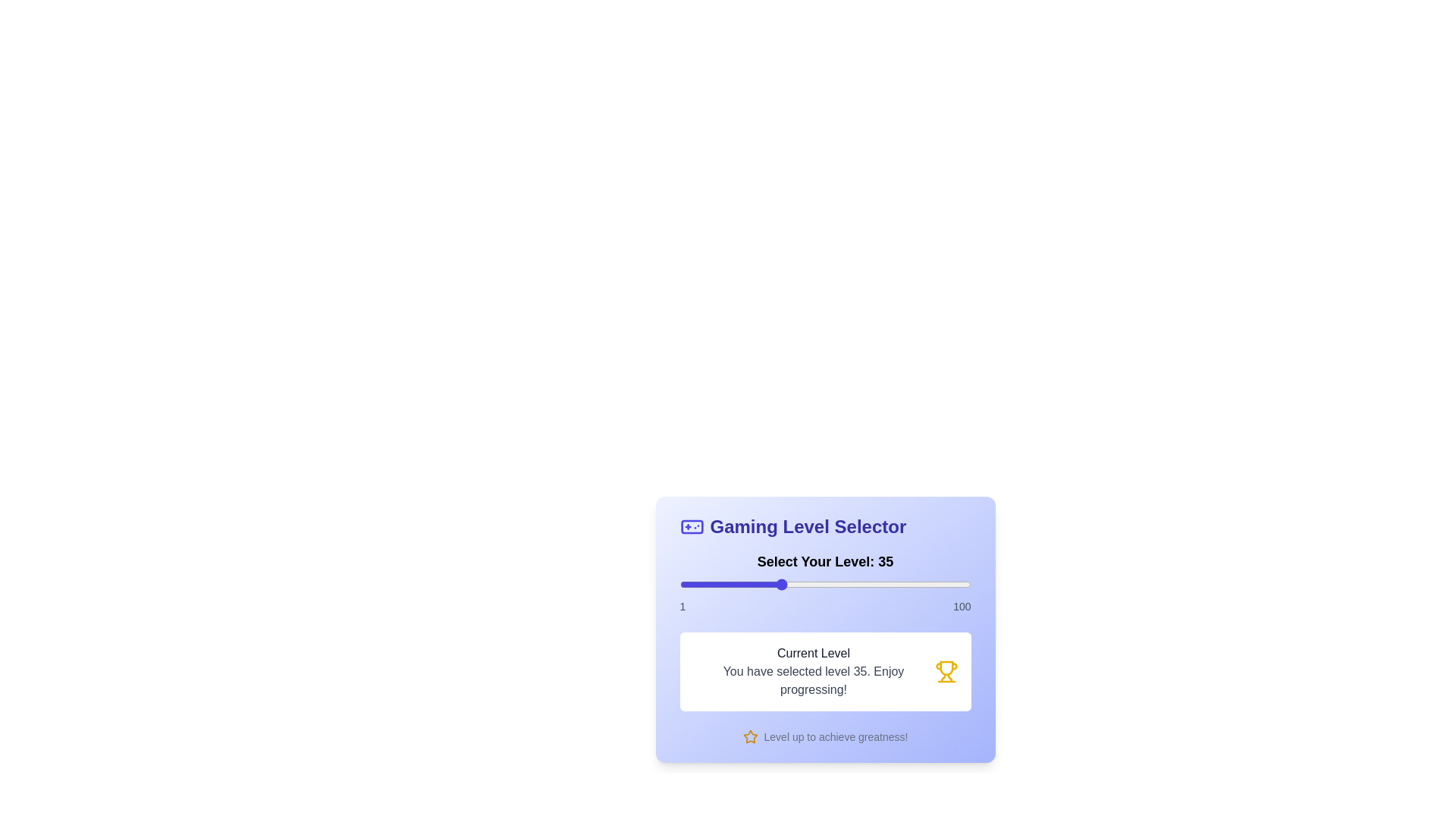 Image resolution: width=1456 pixels, height=819 pixels. I want to click on the encouraging message text with an icon located at the bottom of the 'Gaming Level Selector' card, centered horizontally beneath the 'Current Level' section, so click(824, 736).